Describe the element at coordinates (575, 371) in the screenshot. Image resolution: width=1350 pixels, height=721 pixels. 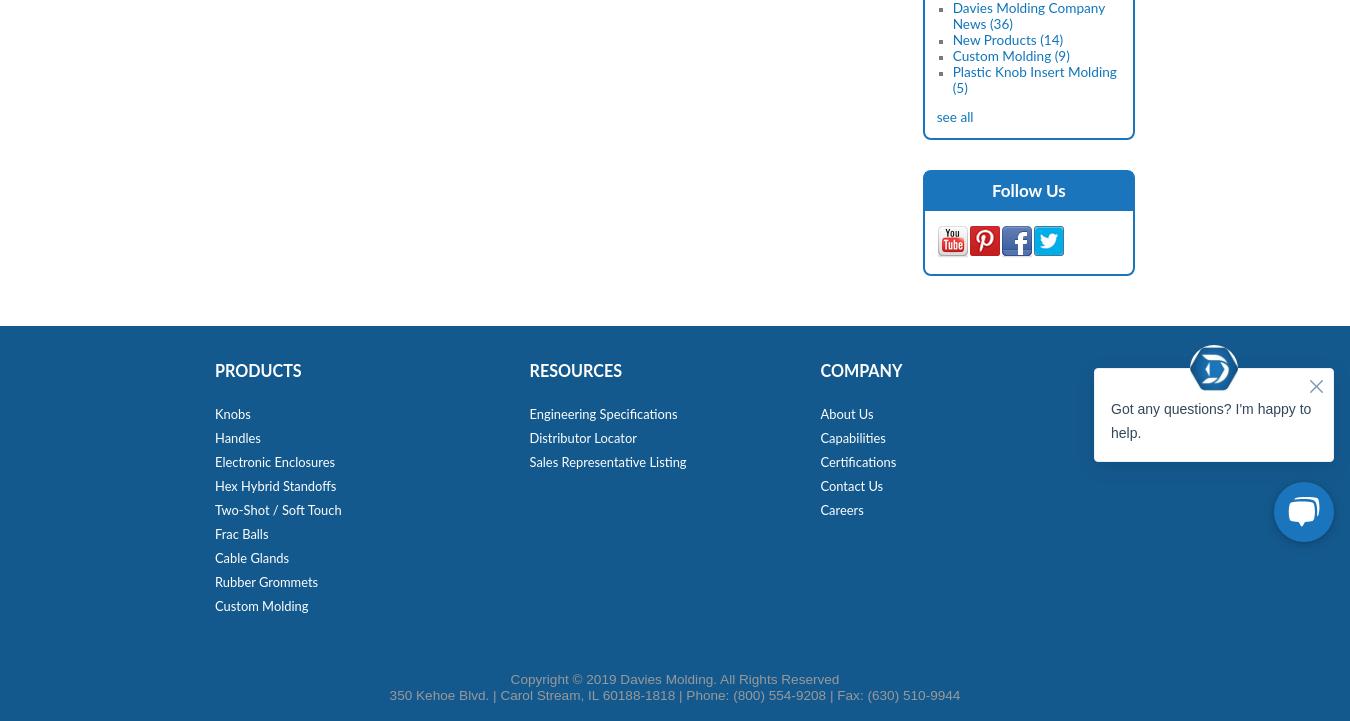
I see `'Resources'` at that location.